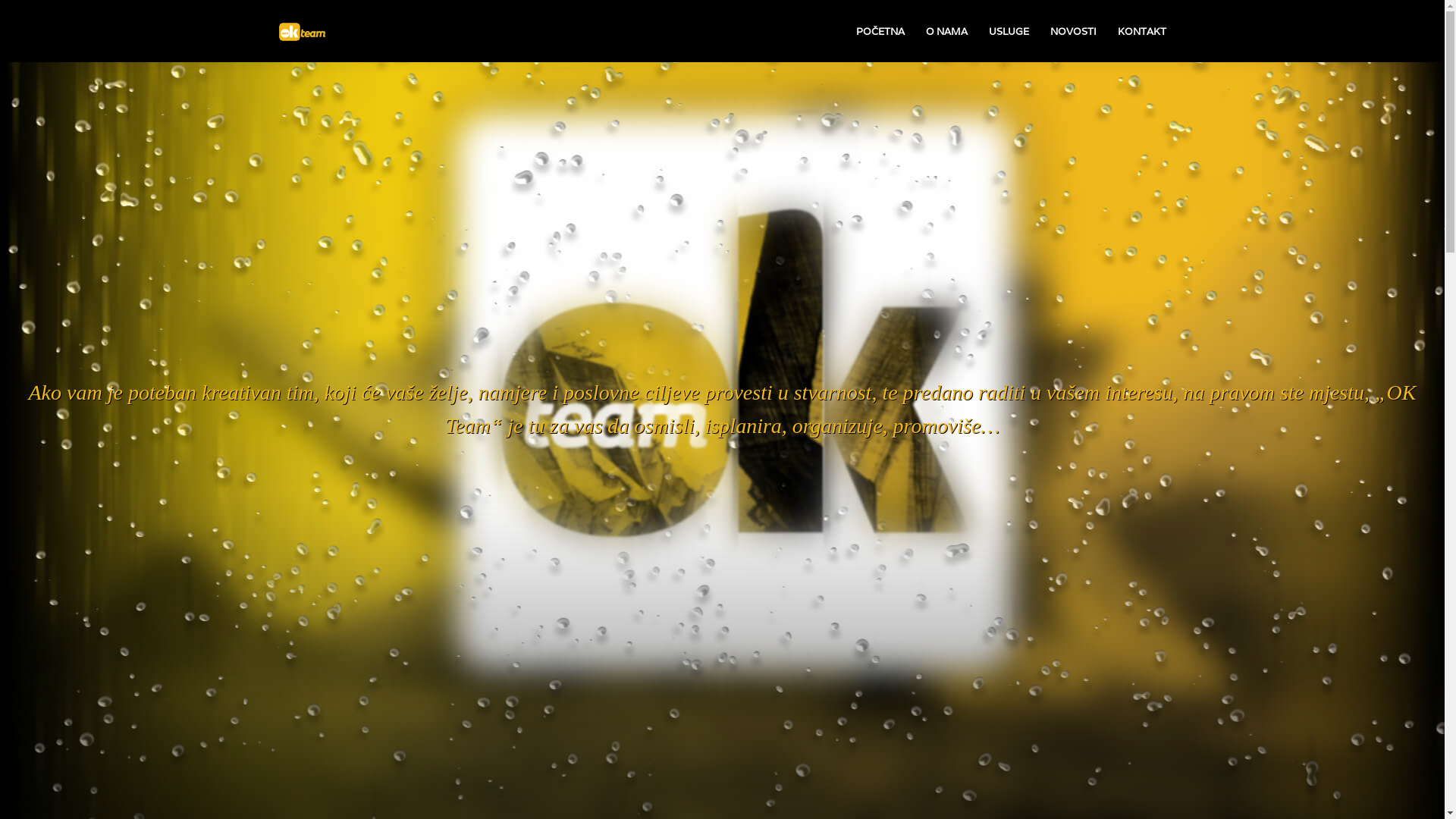  I want to click on 'KONTAKT', so click(1142, 31).